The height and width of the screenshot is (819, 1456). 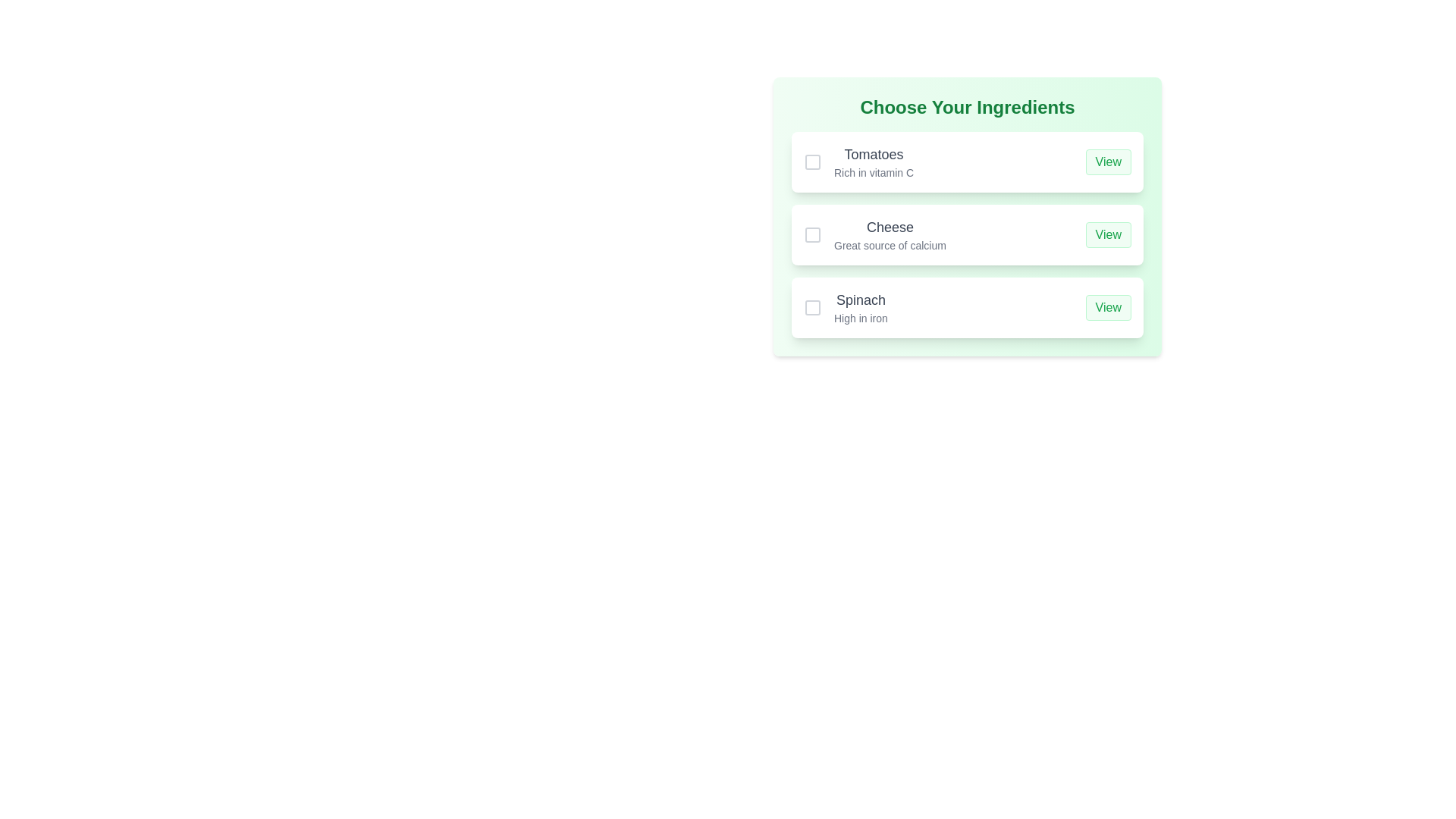 I want to click on the text display element that shows 'Cheese' and 'Great source of calcium', which is the second item in a vertical list of components, so click(x=890, y=234).